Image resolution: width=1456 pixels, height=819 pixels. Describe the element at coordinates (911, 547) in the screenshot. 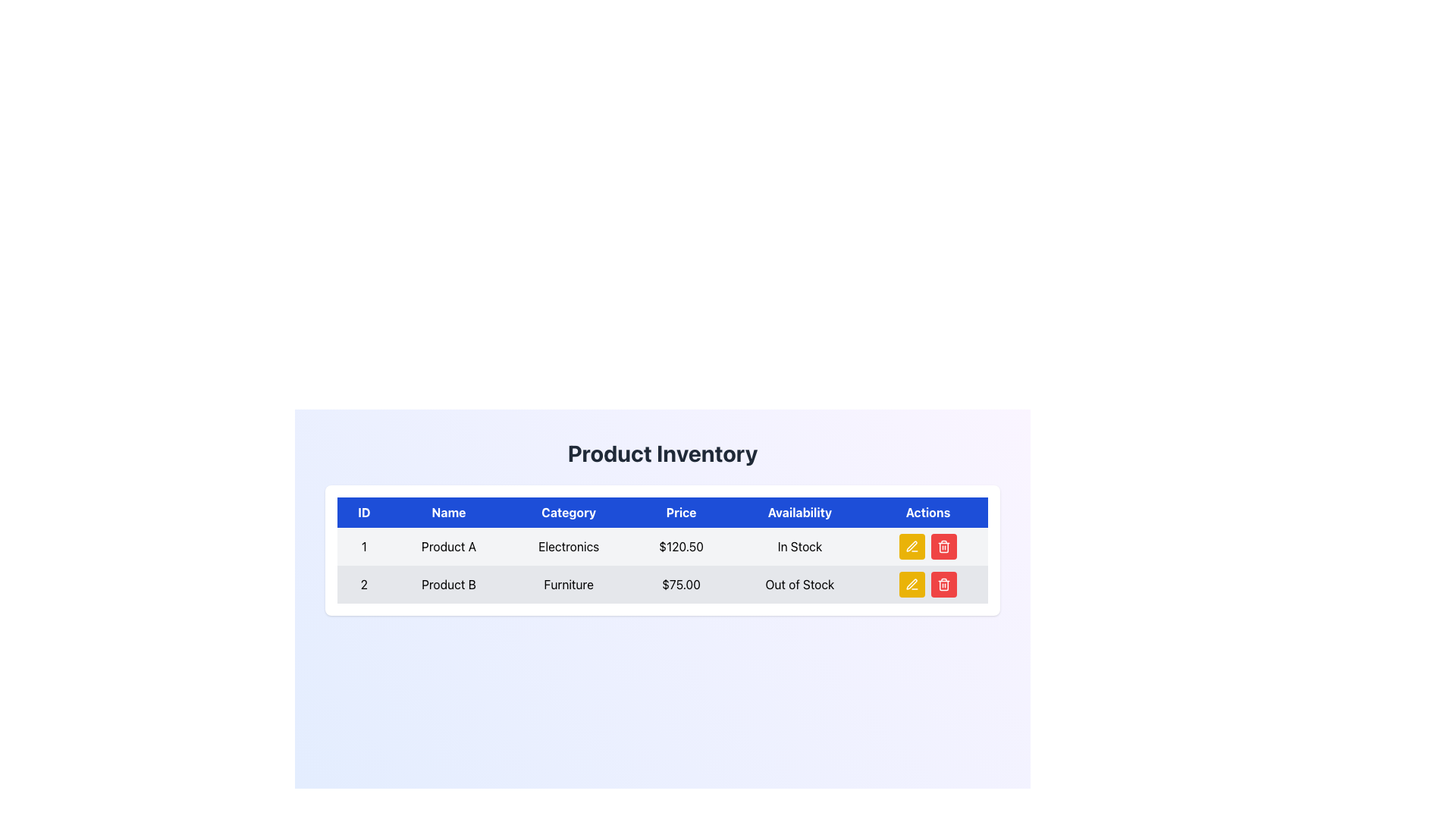

I see `the edit button in the 'Actions' column of the first row of the 'Product Inventory' table` at that location.